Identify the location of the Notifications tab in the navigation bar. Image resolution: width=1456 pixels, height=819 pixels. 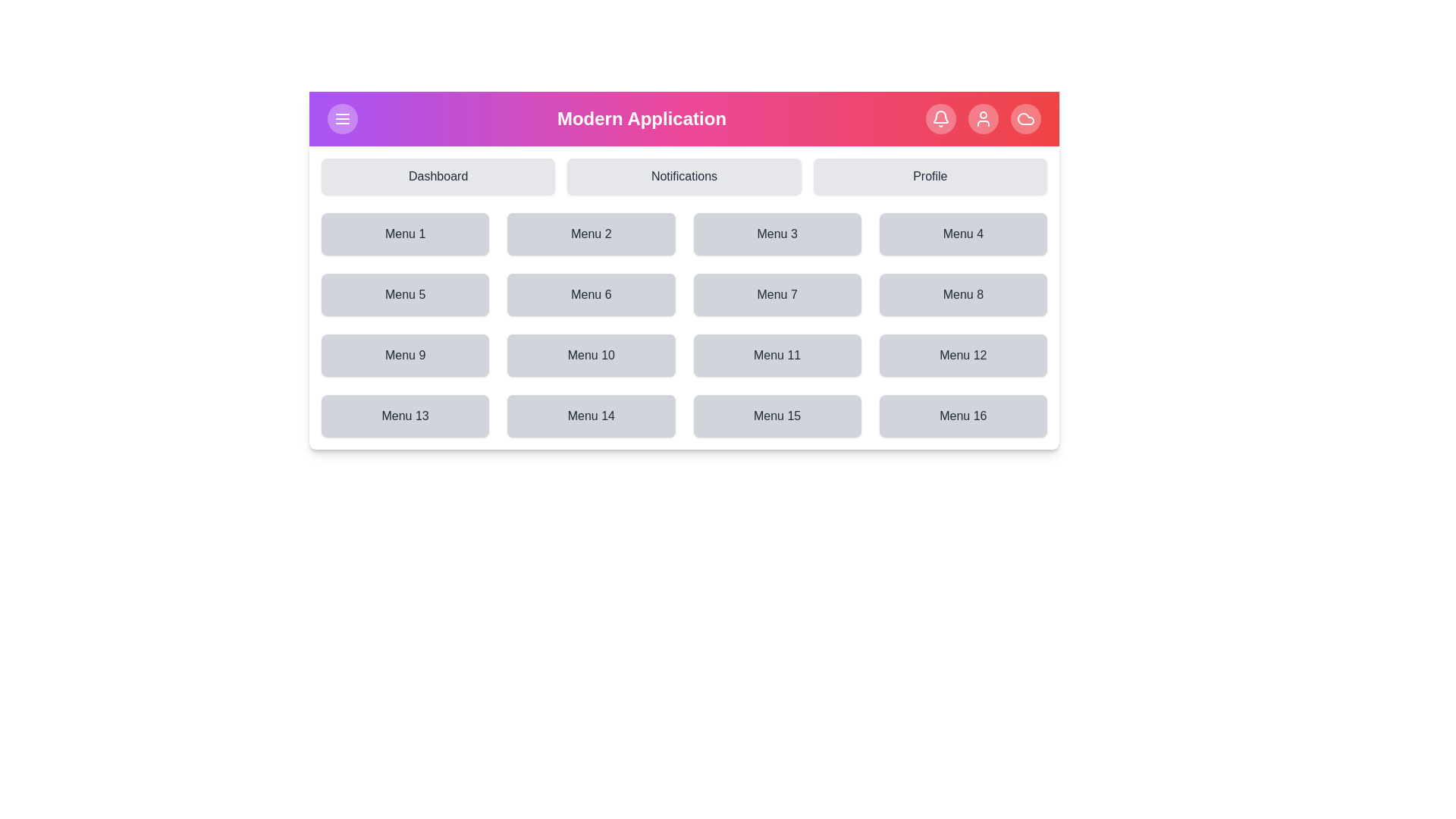
(683, 175).